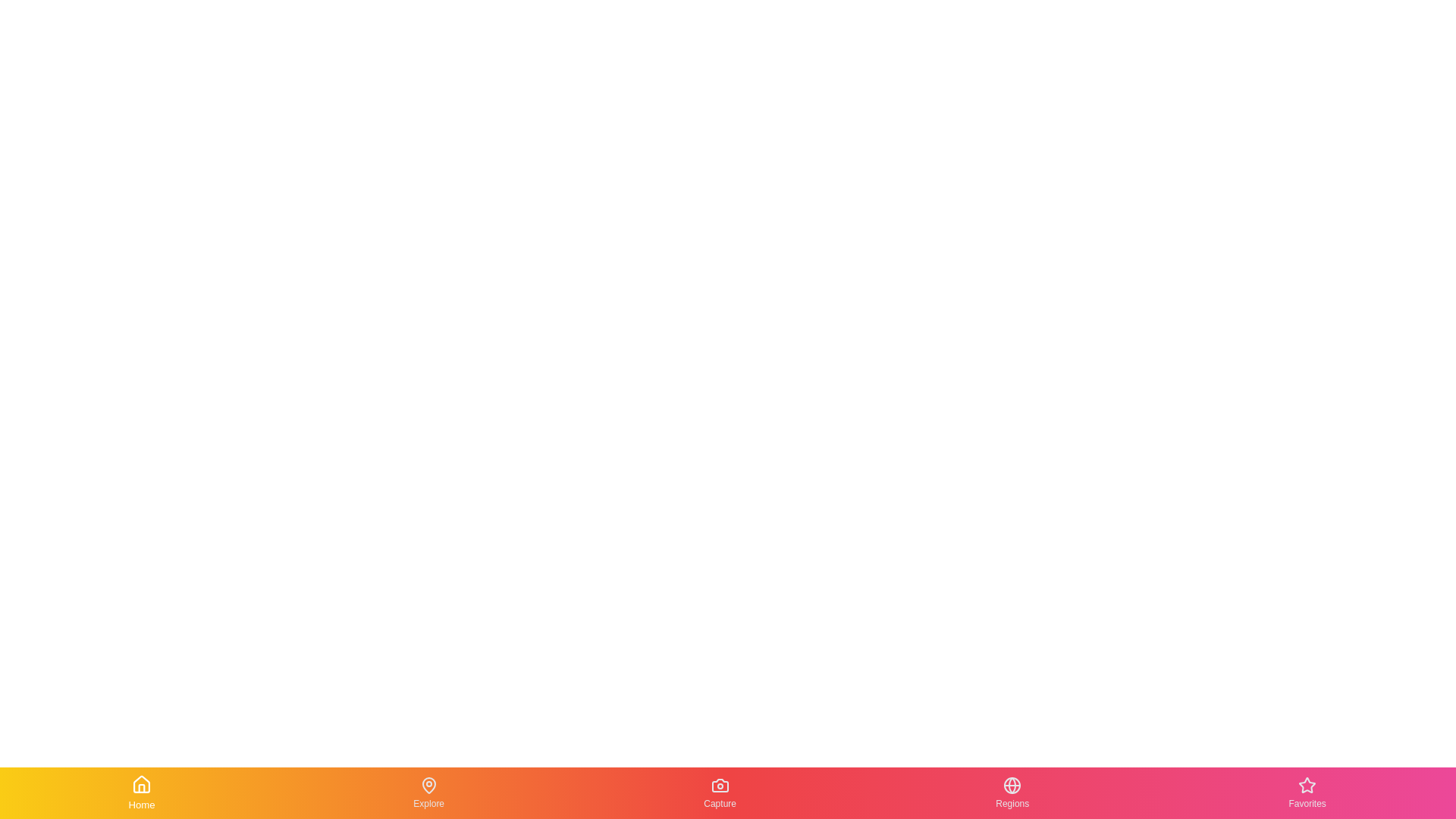  What do you see at coordinates (1012, 792) in the screenshot?
I see `the Regions tab in the bottom navigation bar` at bounding box center [1012, 792].